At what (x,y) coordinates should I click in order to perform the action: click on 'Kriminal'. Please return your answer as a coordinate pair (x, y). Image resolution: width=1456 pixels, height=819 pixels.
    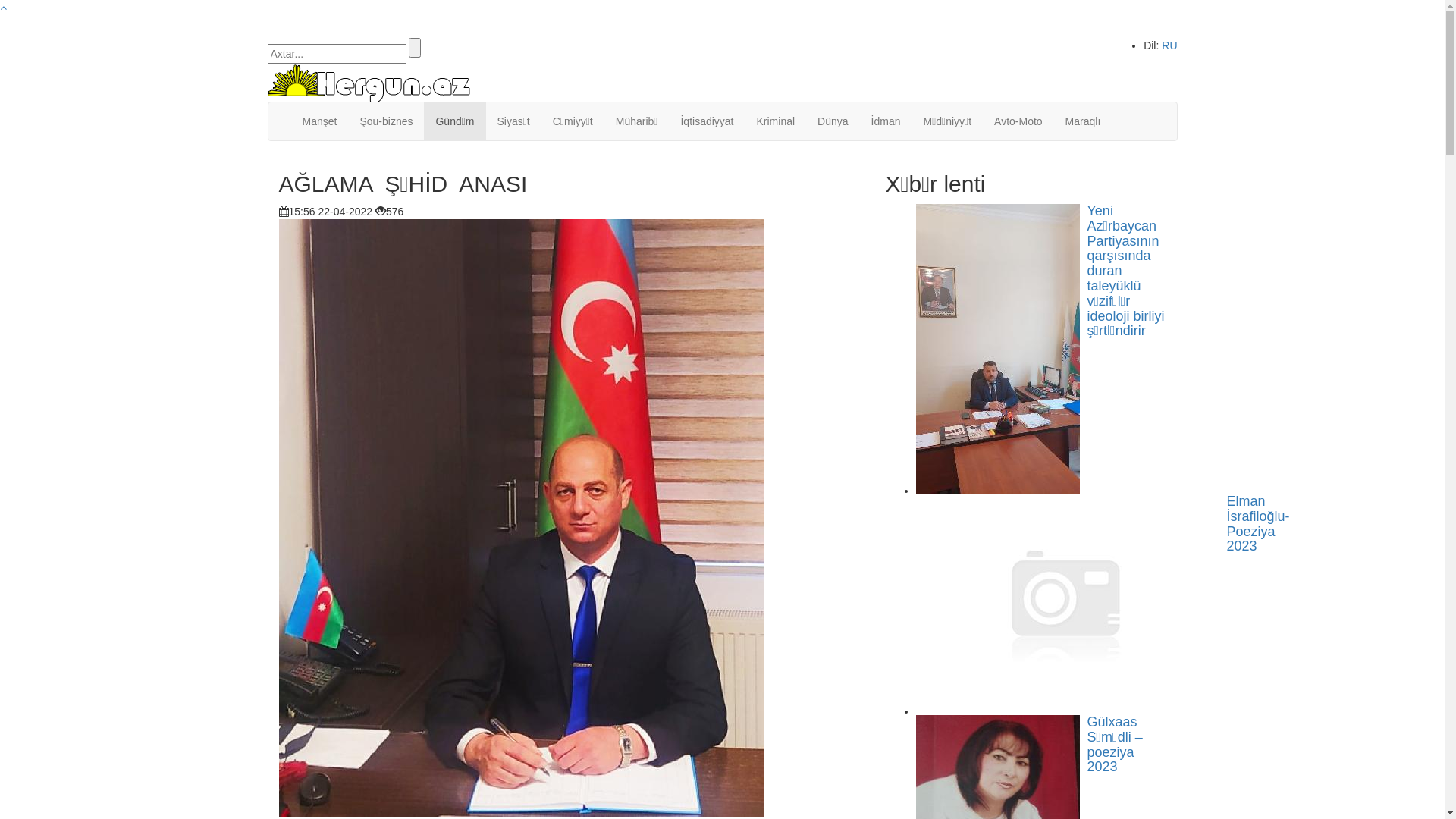
    Looking at the image, I should click on (775, 120).